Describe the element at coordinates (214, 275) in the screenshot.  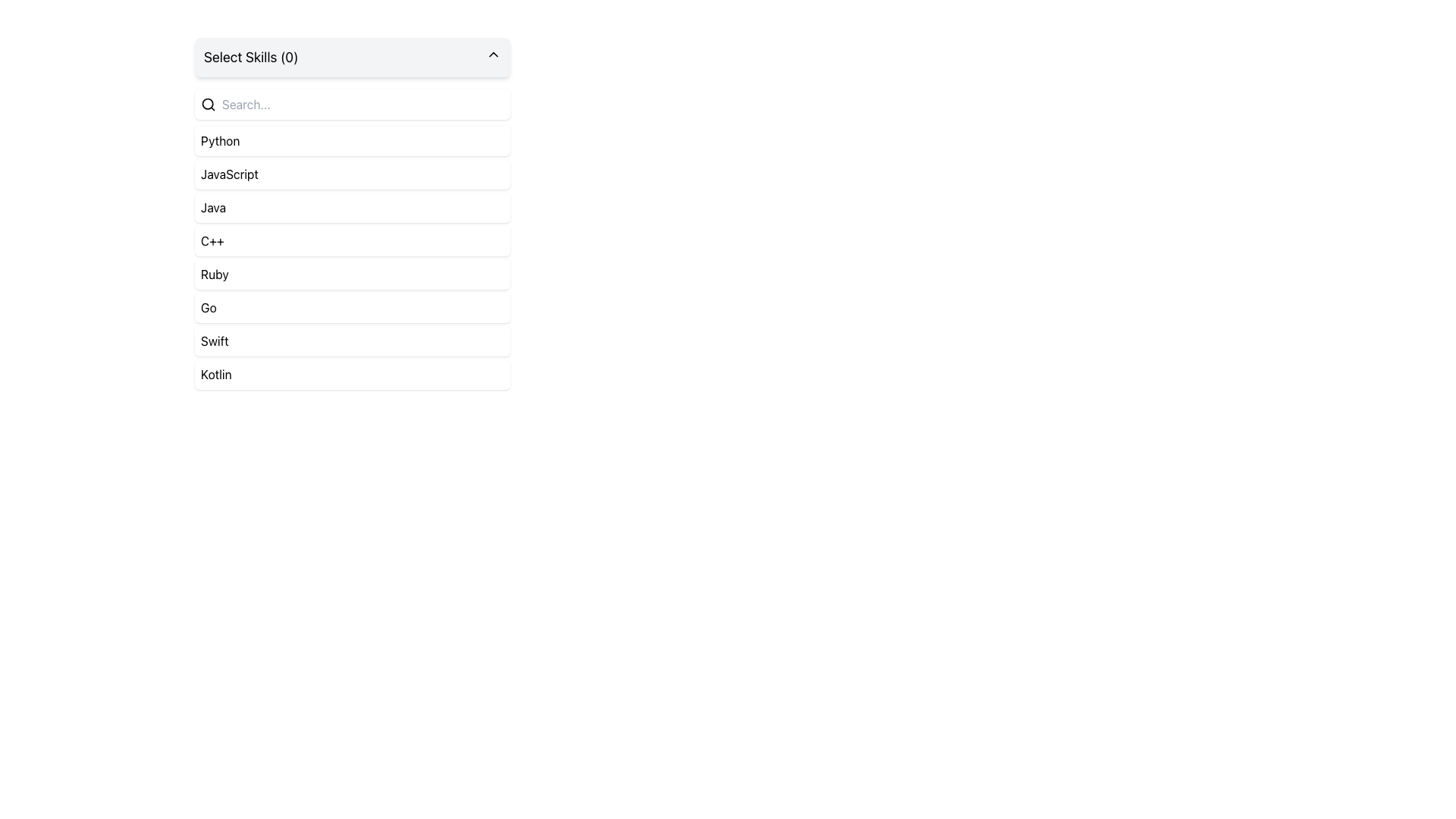
I see `the fifth option in the dropdown menu titled 'Select Skills (0)'` at that location.